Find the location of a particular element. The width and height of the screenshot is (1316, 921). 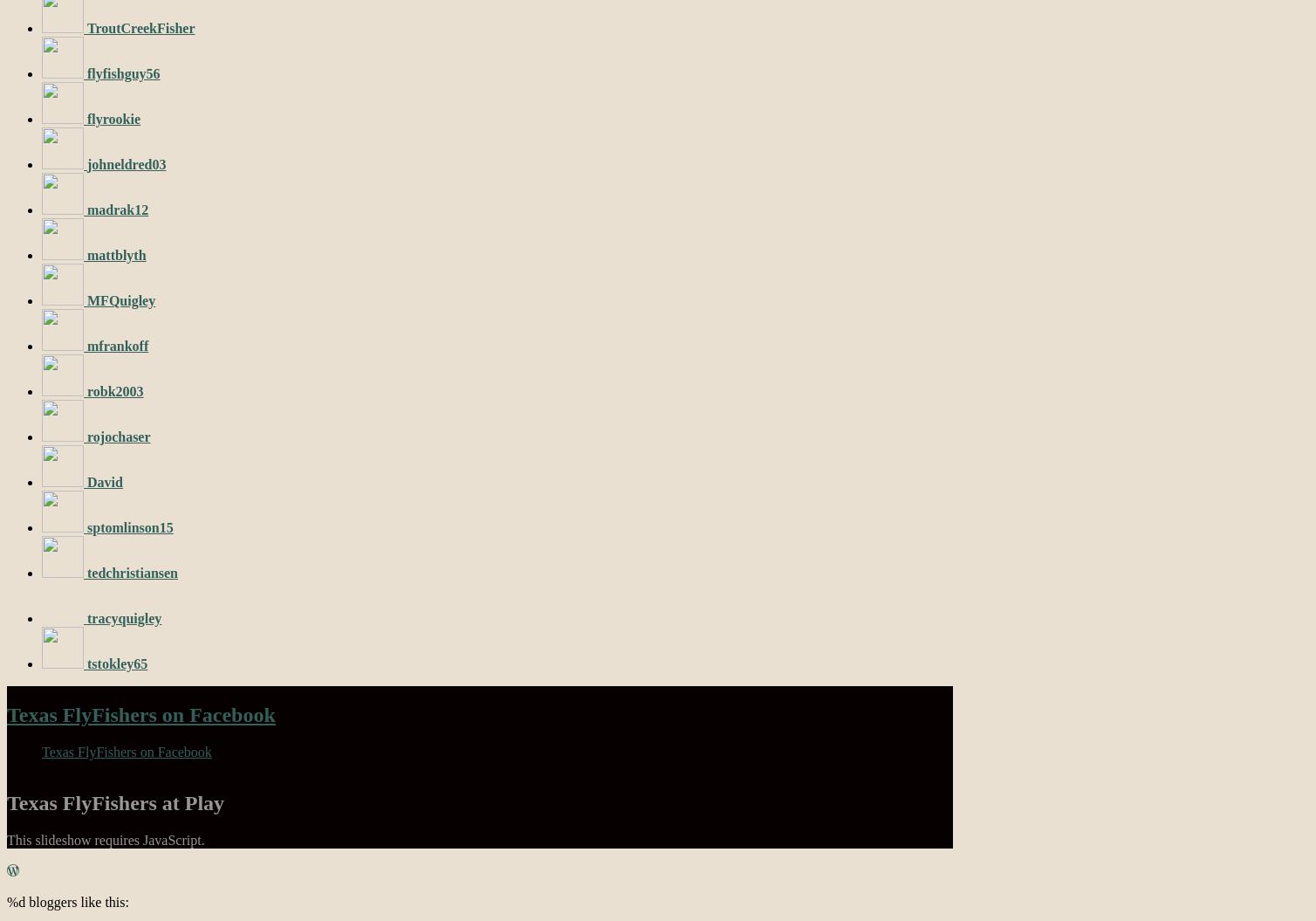

'mattblyth' is located at coordinates (86, 255).